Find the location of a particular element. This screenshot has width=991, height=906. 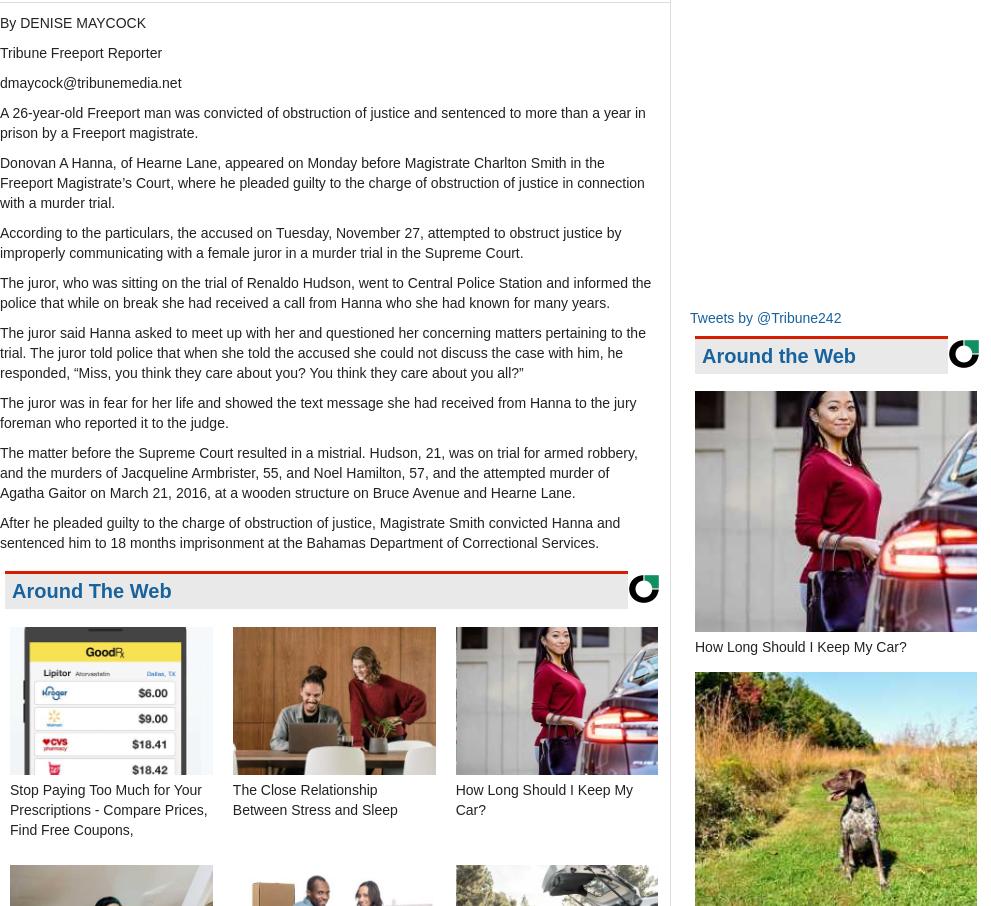

'According to the particulars, the accused on Tuesday, November 27, attempted to obstruct justice by improperly communicating with a female juror in a murder trial in the Supreme Court.' is located at coordinates (0, 242).